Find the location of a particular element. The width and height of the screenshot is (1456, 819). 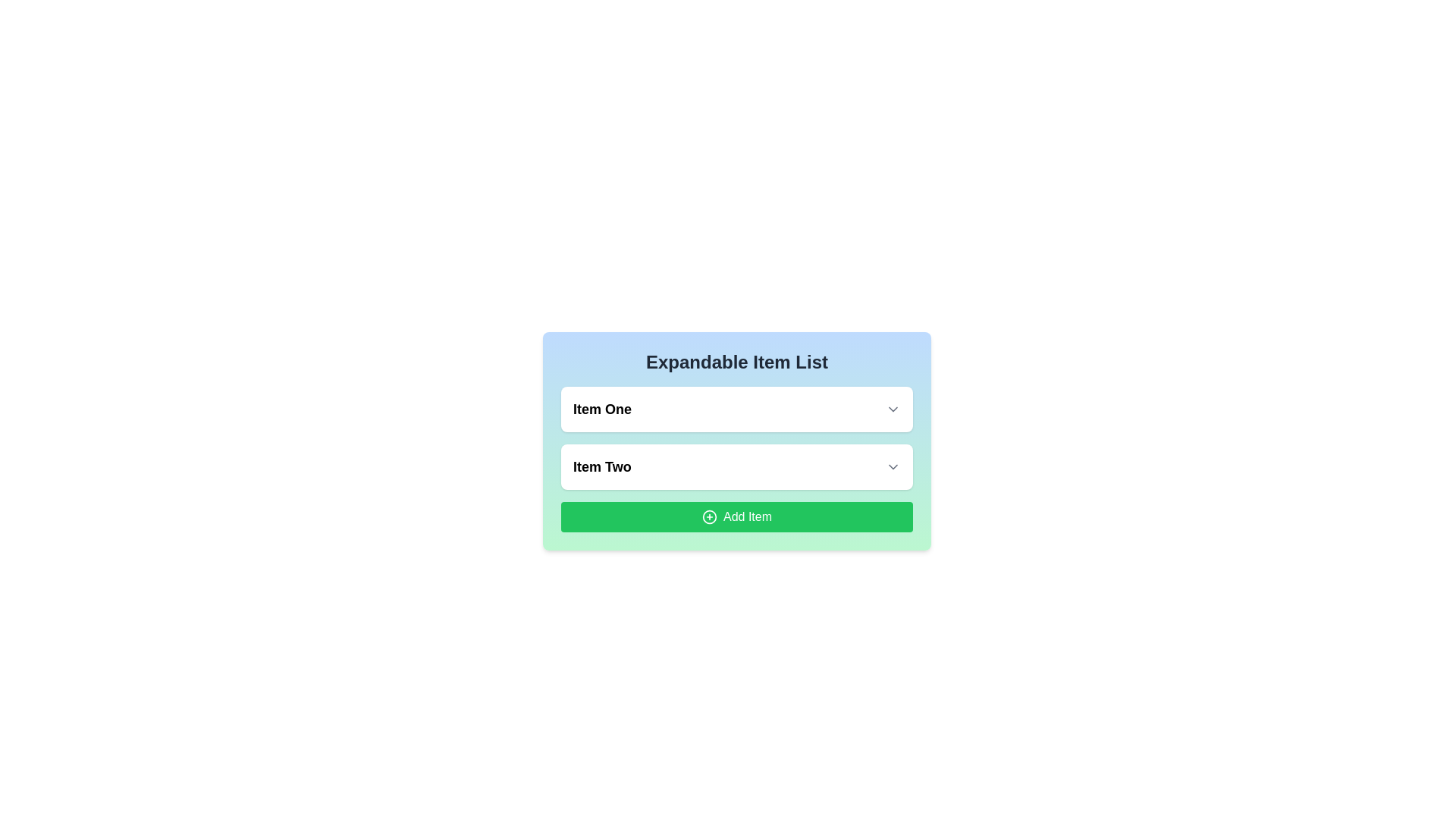

the text label displaying 'Item One', which is in bold and slightly larger font, positioned at the top of a vertically oriented list is located at coordinates (601, 409).